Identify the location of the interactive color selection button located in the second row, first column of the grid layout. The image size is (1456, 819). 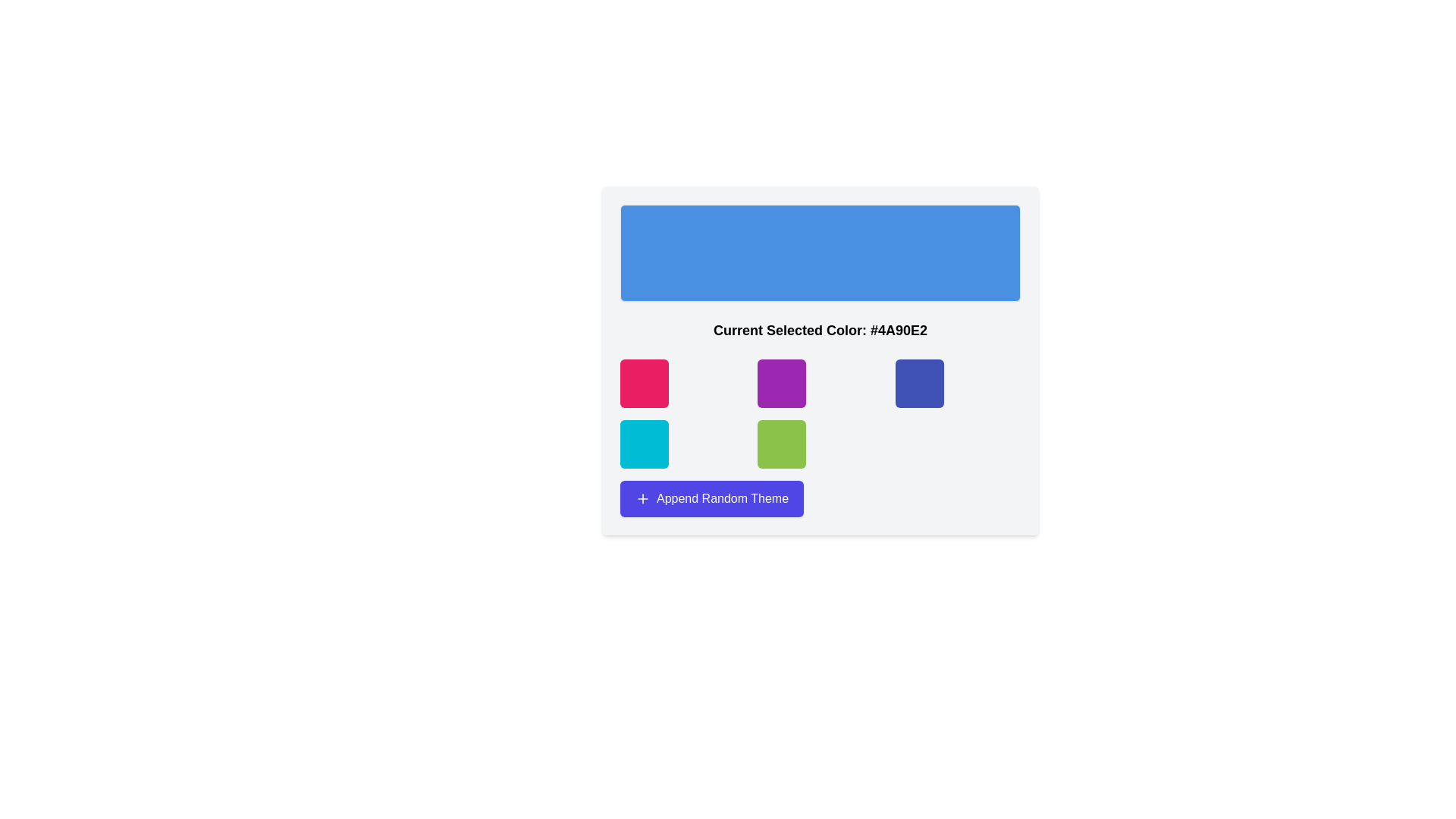
(644, 444).